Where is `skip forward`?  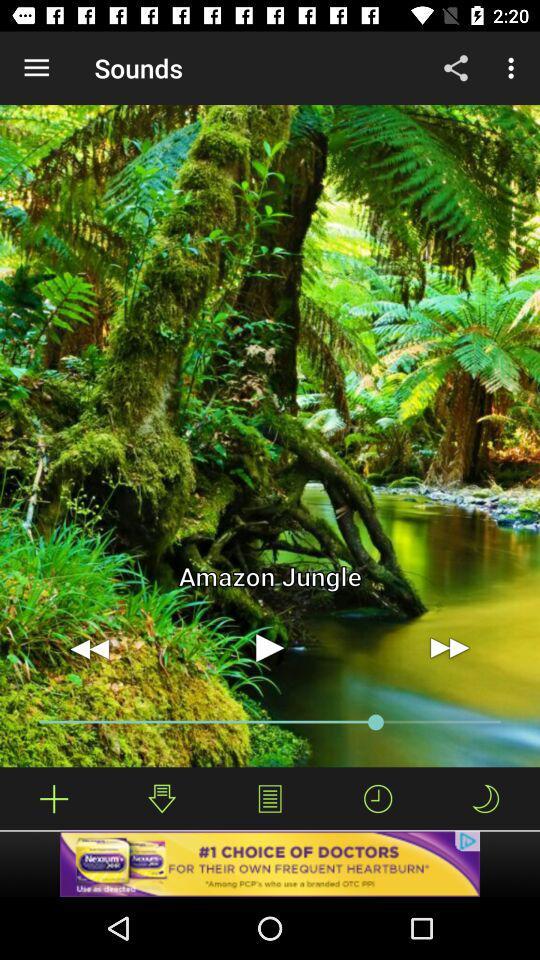
skip forward is located at coordinates (449, 647).